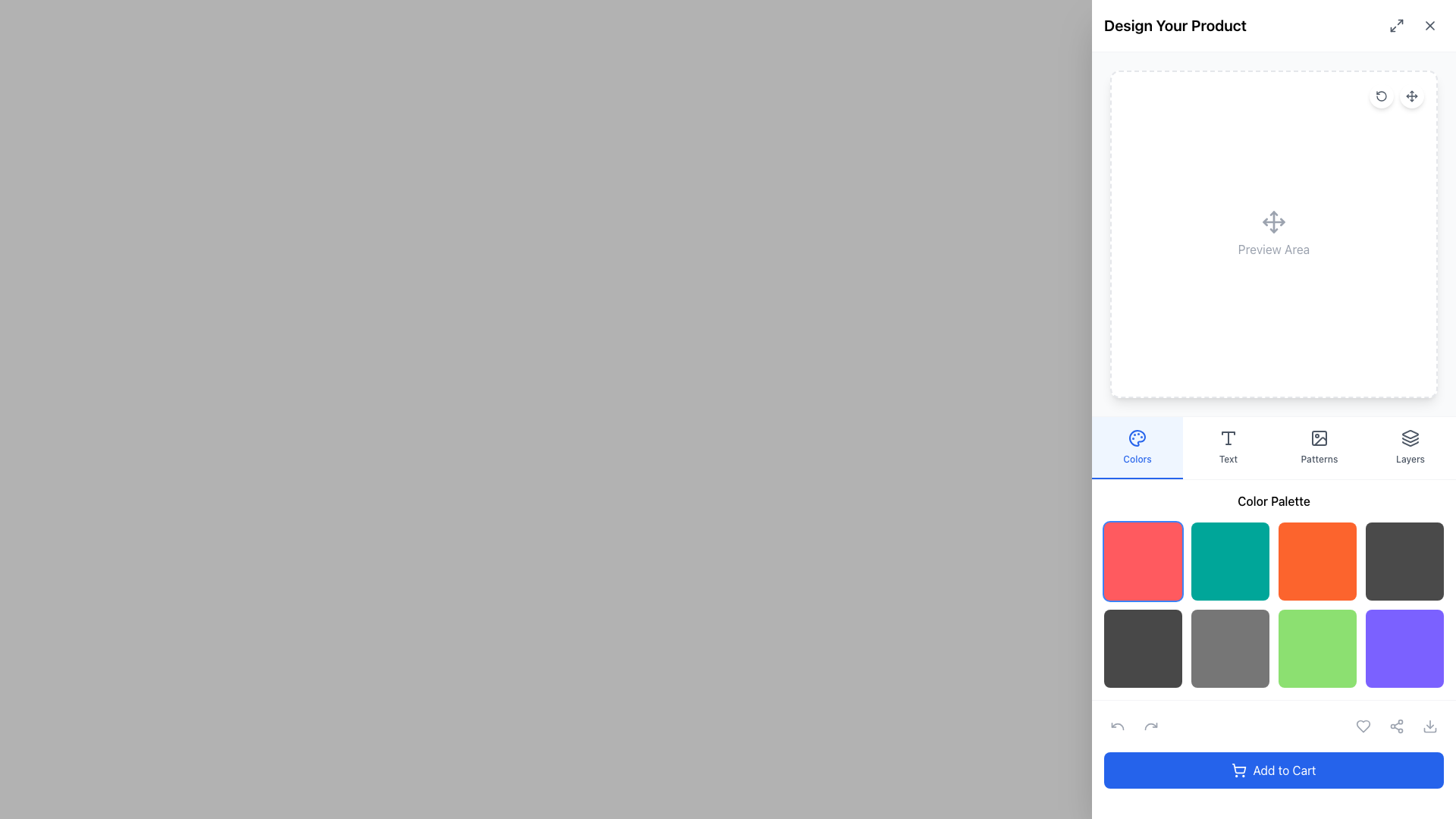 The height and width of the screenshot is (819, 1456). Describe the element at coordinates (1274, 604) in the screenshot. I see `an individual color swatch in the grid of selectable color swatches located beneath the 'Color Palette' heading` at that location.